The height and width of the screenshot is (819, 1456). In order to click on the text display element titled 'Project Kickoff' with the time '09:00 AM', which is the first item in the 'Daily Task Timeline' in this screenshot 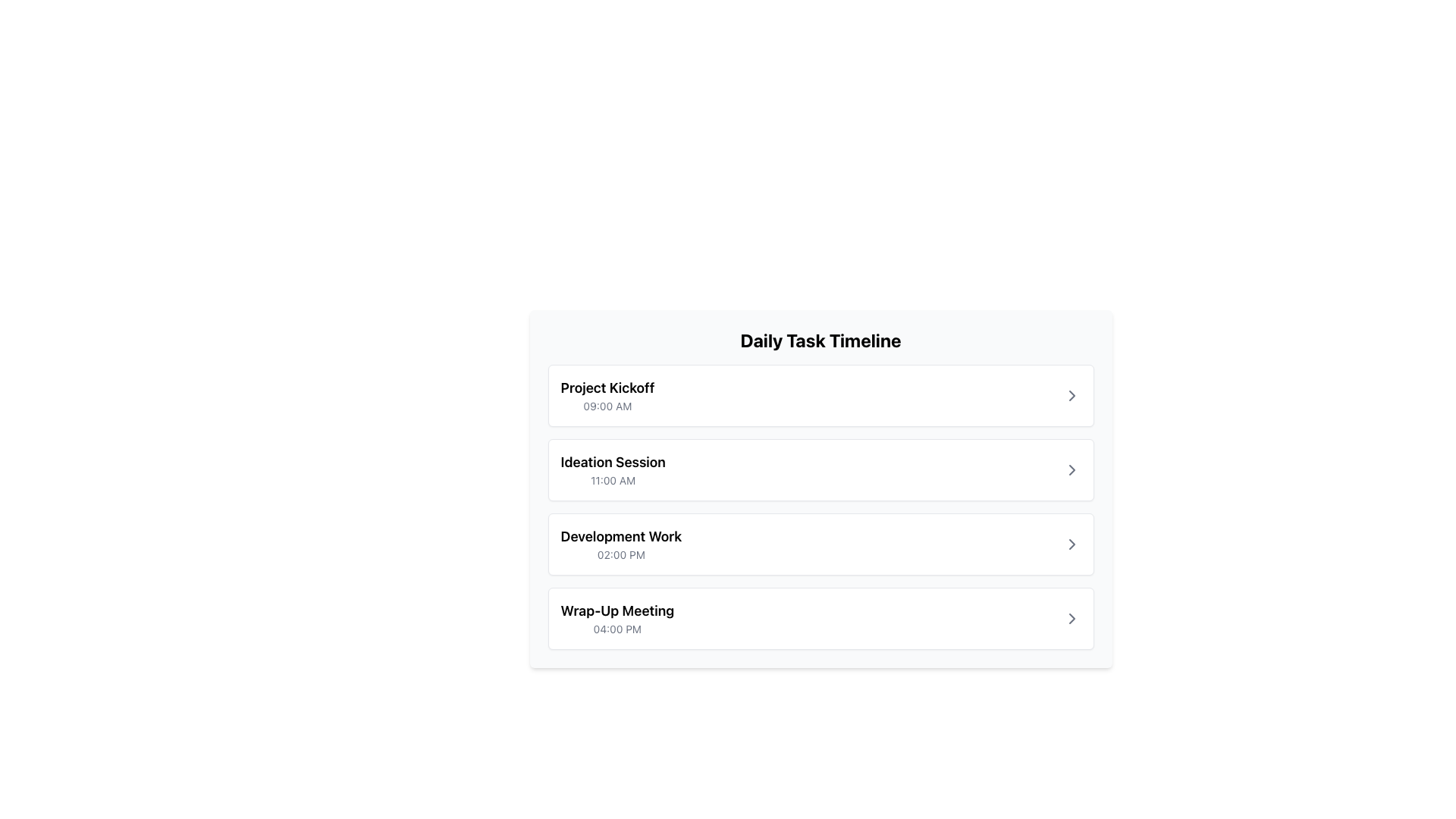, I will do `click(607, 394)`.